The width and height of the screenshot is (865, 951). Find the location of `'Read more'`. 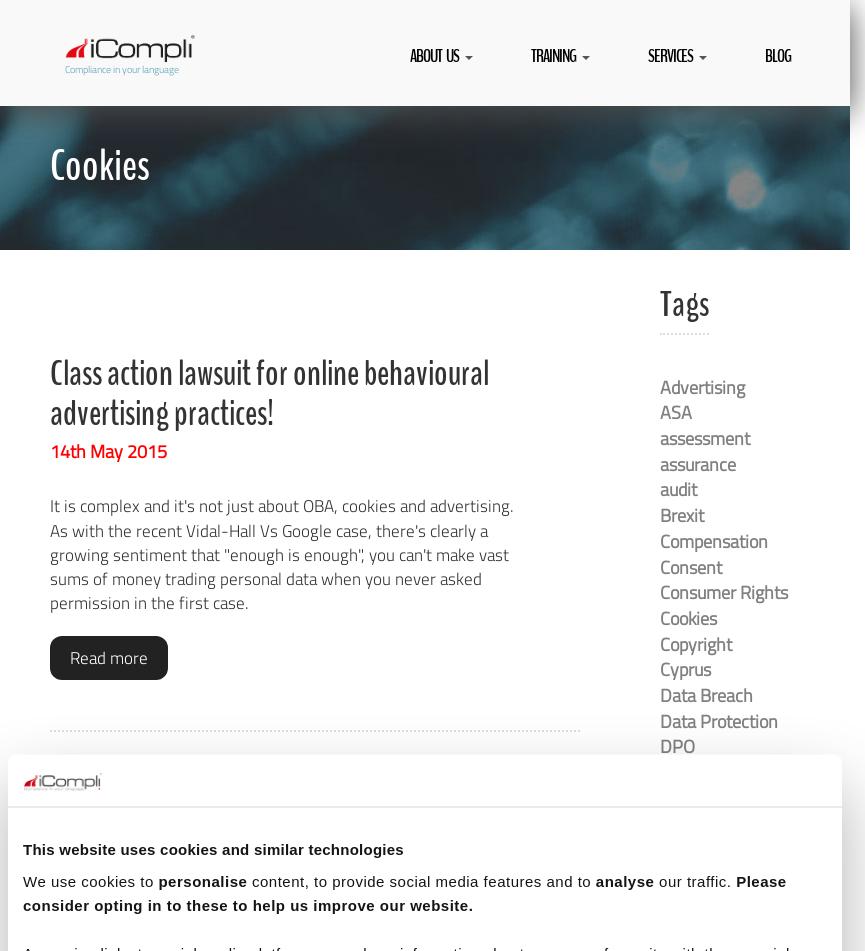

'Read more' is located at coordinates (108, 656).